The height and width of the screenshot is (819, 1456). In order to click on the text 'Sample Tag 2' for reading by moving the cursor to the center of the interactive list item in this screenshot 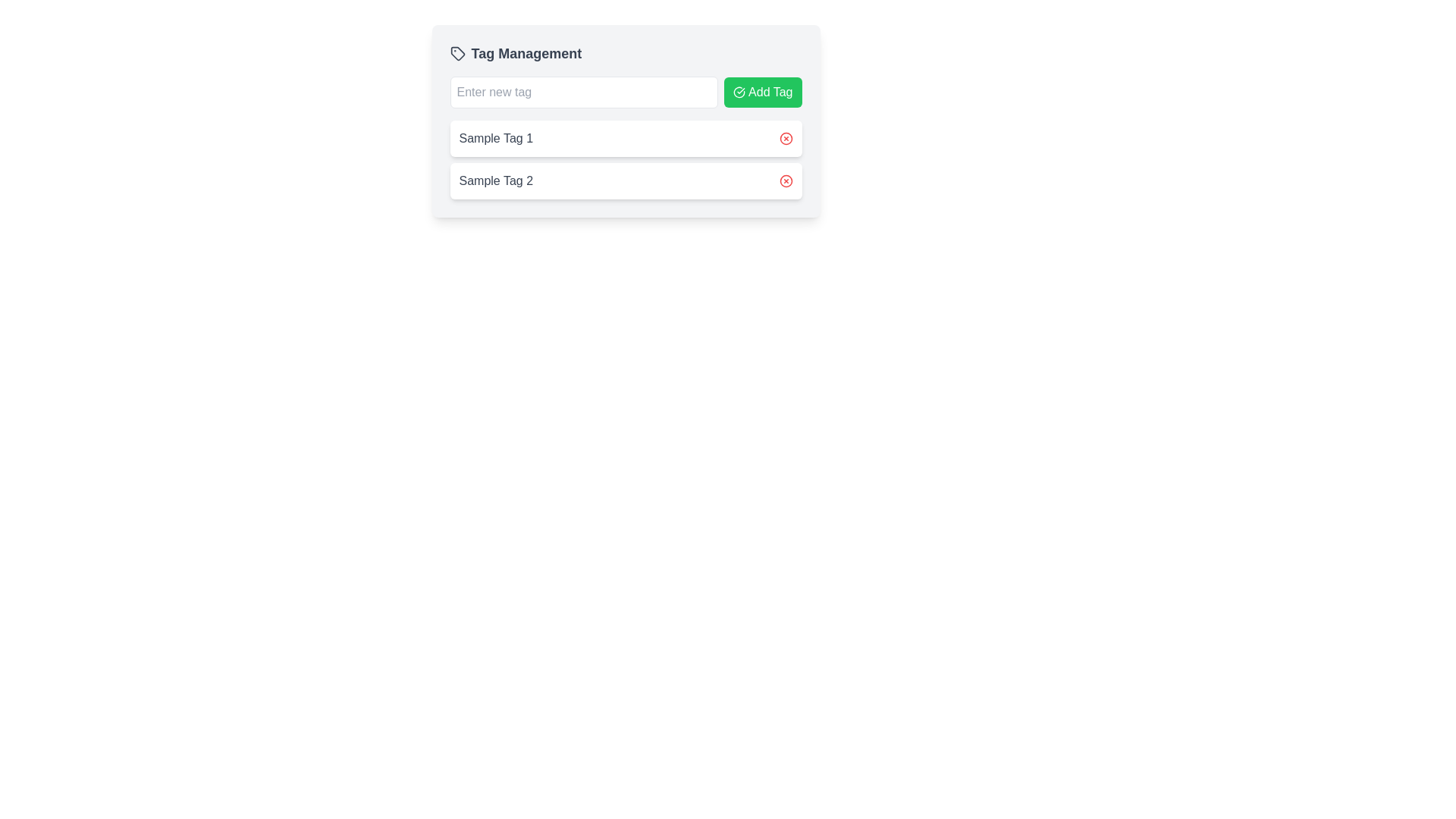, I will do `click(626, 180)`.